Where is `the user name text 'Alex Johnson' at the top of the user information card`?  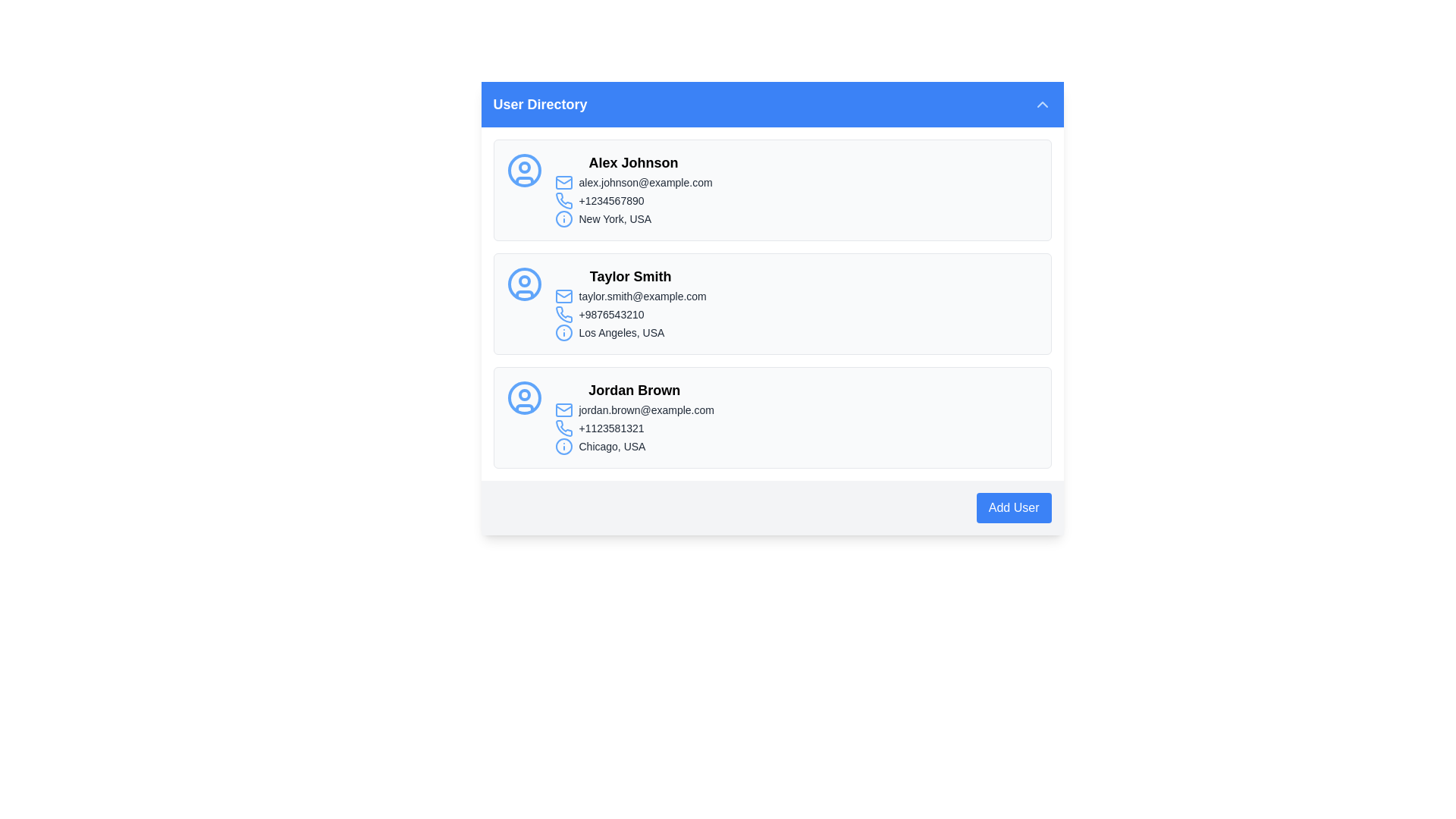
the user name text 'Alex Johnson' at the top of the user information card is located at coordinates (633, 163).